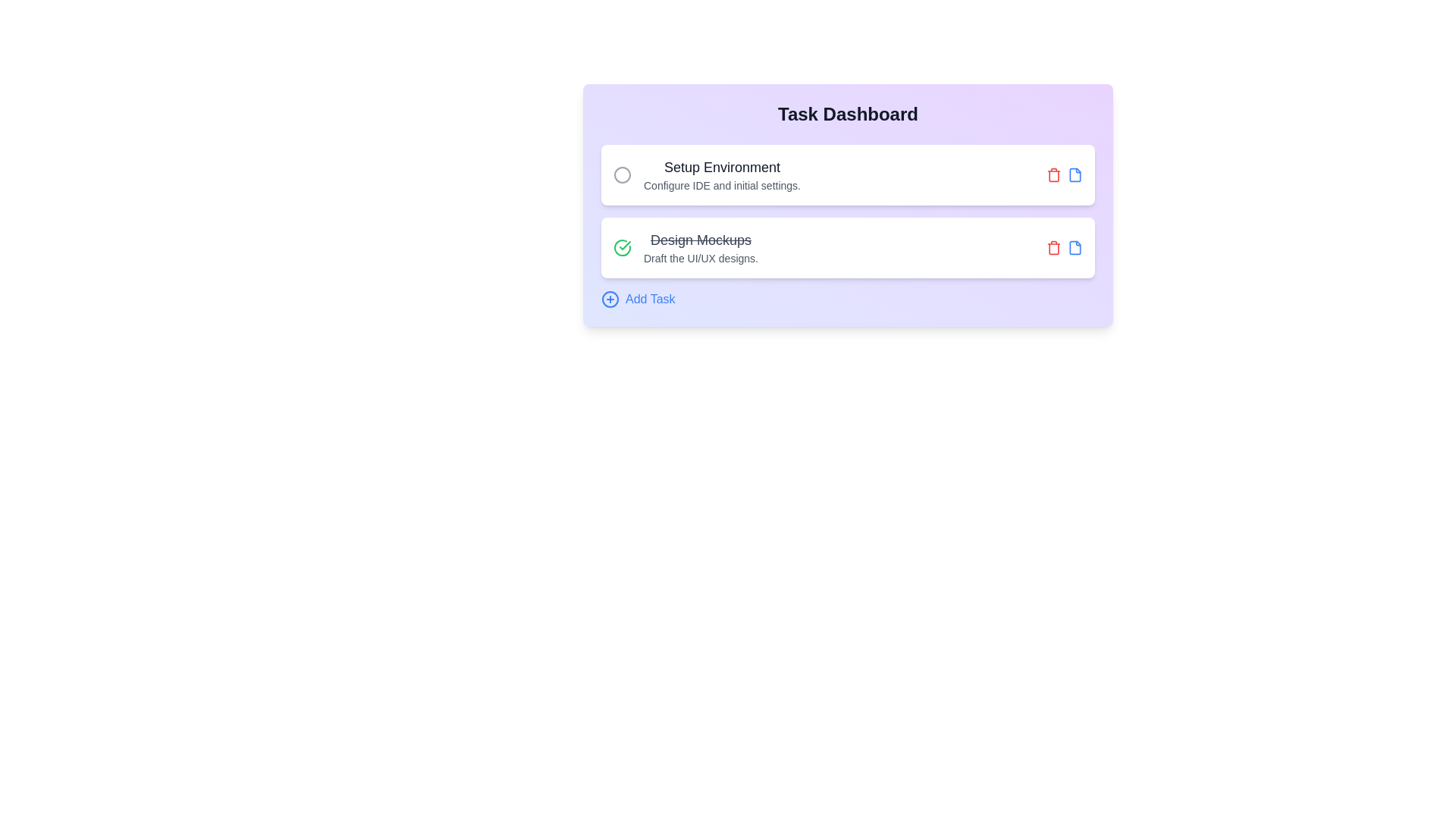 Image resolution: width=1456 pixels, height=819 pixels. What do you see at coordinates (1053, 174) in the screenshot?
I see `the task with ID 1 by clicking the corresponding delete button` at bounding box center [1053, 174].